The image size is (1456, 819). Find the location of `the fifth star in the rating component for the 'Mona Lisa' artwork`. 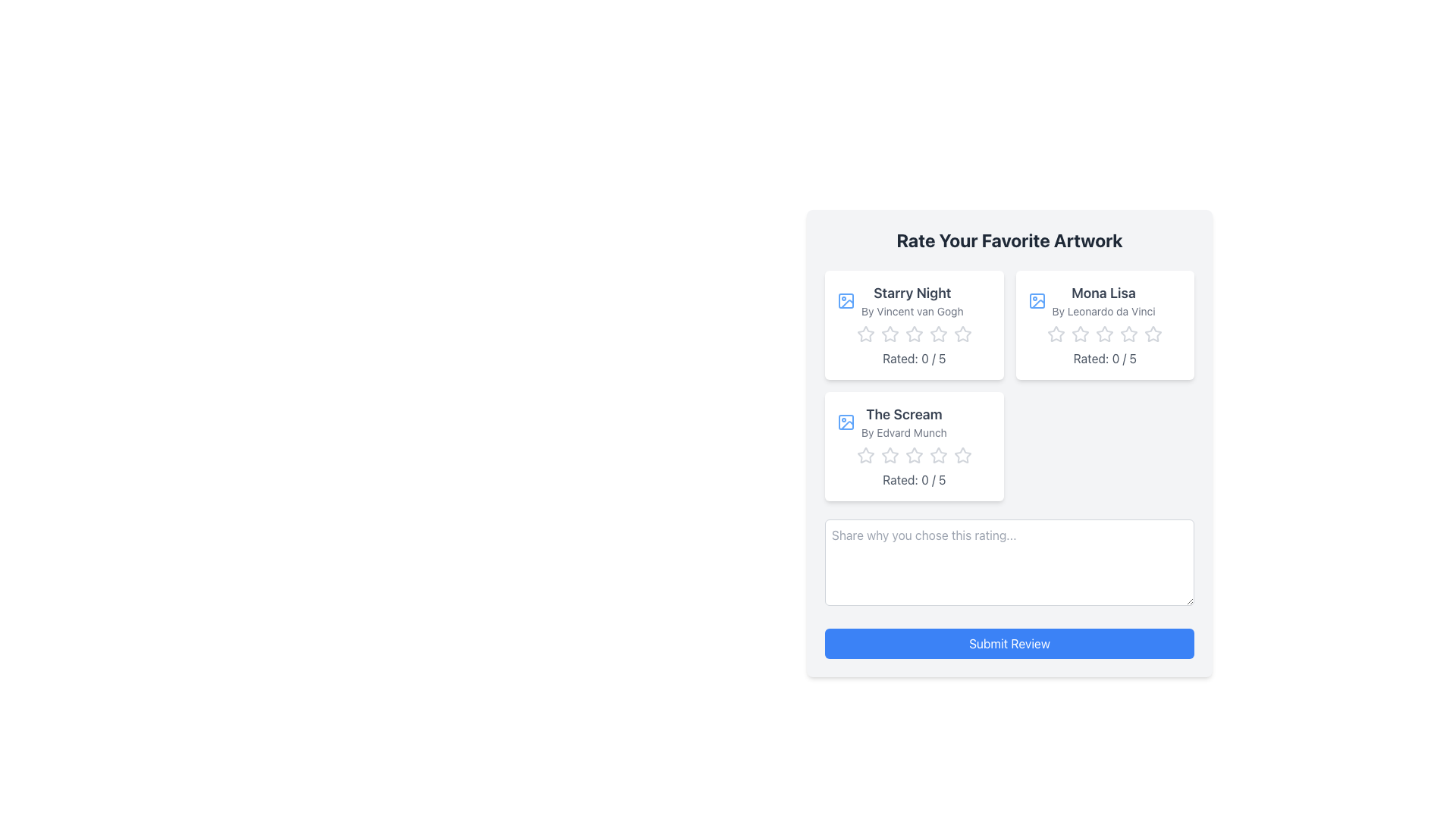

the fifth star in the rating component for the 'Mona Lisa' artwork is located at coordinates (1153, 333).